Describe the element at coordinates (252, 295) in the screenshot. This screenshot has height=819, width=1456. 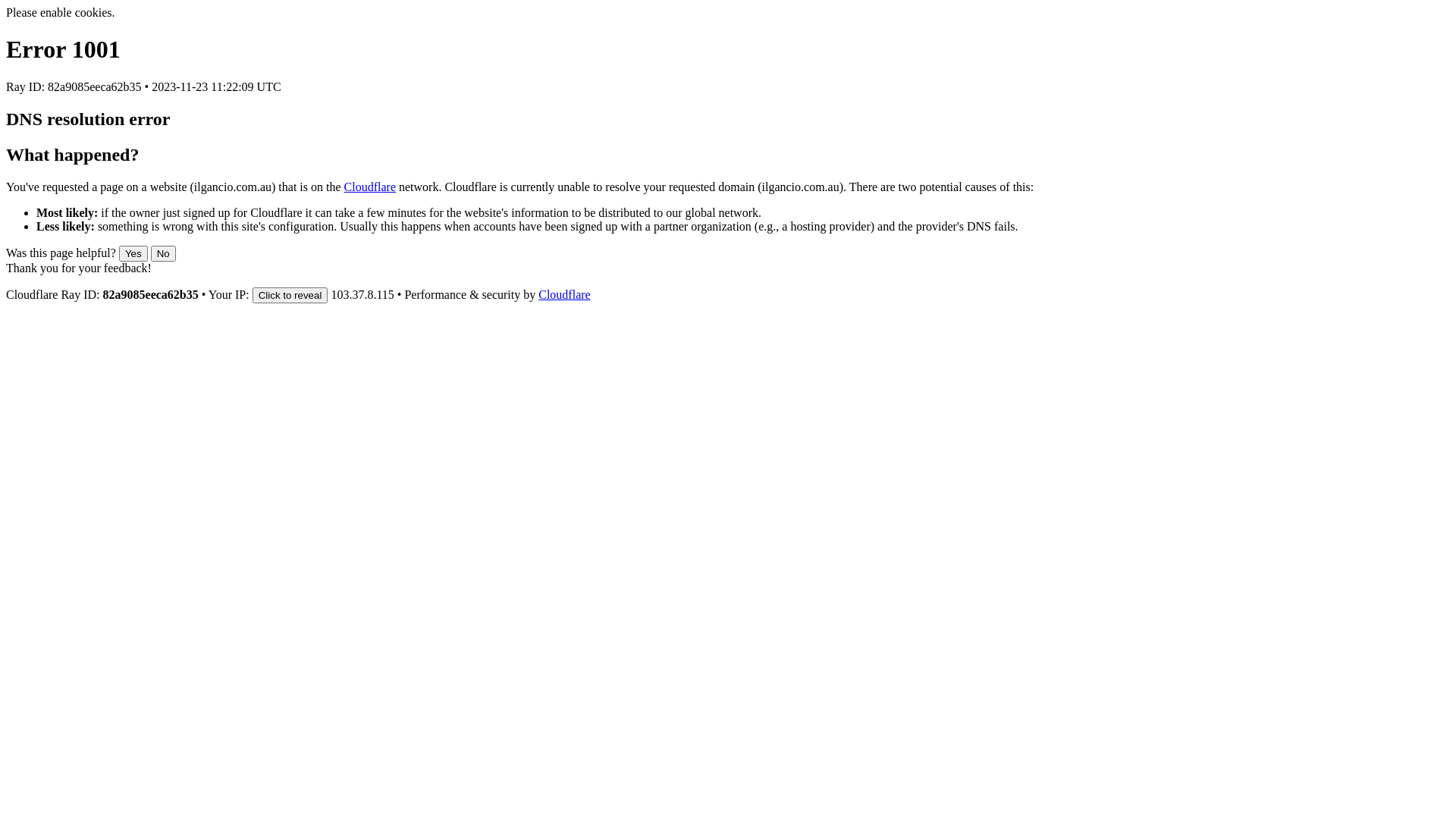
I see `'Click to reveal'` at that location.